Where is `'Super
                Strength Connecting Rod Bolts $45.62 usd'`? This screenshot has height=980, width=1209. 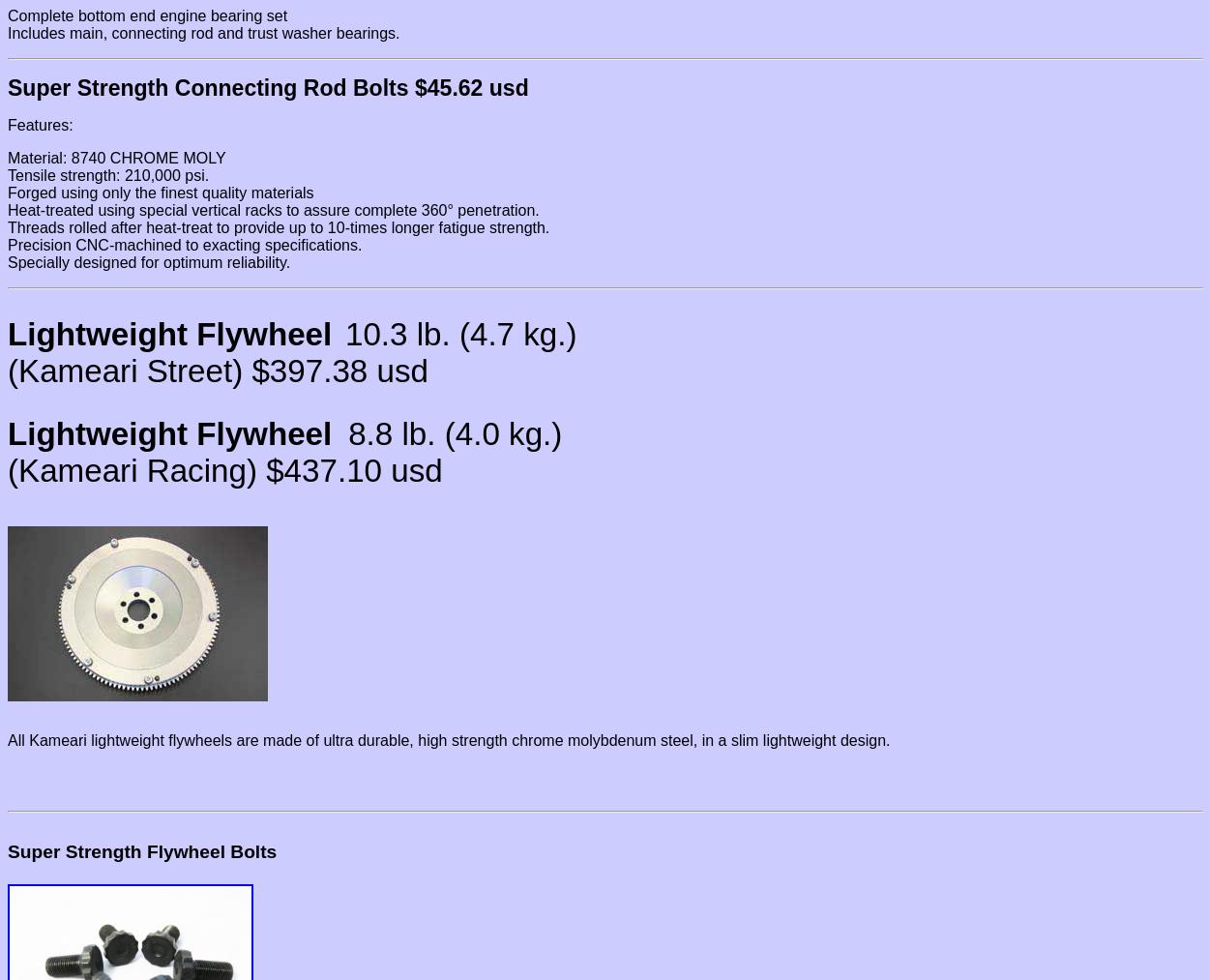 'Super
                Strength Connecting Rod Bolts $45.62 usd' is located at coordinates (268, 86).